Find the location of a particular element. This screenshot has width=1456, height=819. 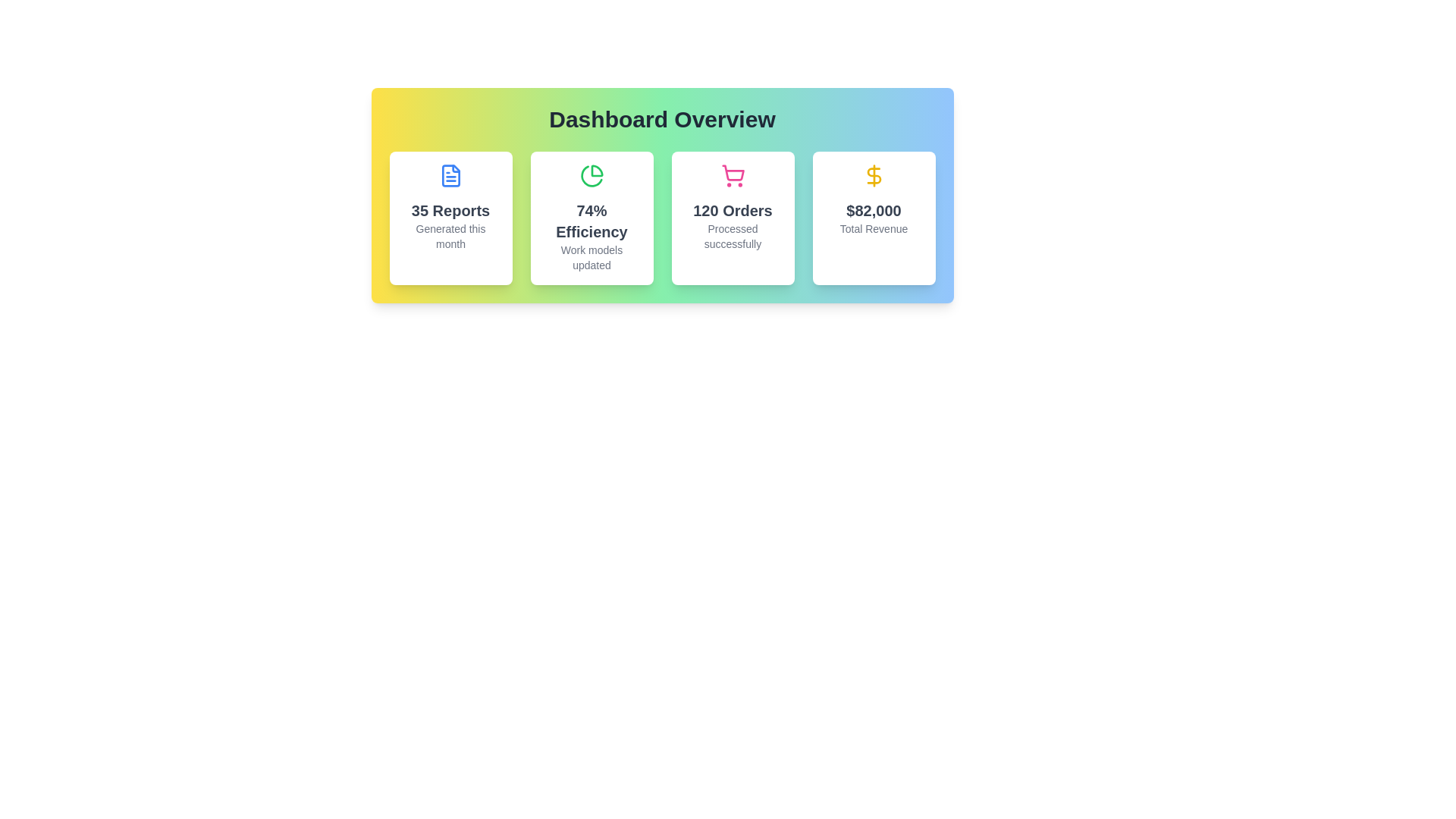

the first Informational Tile that displays the summary of reports generated in the current month, located in the top-left corner of the grid layout is located at coordinates (450, 218).